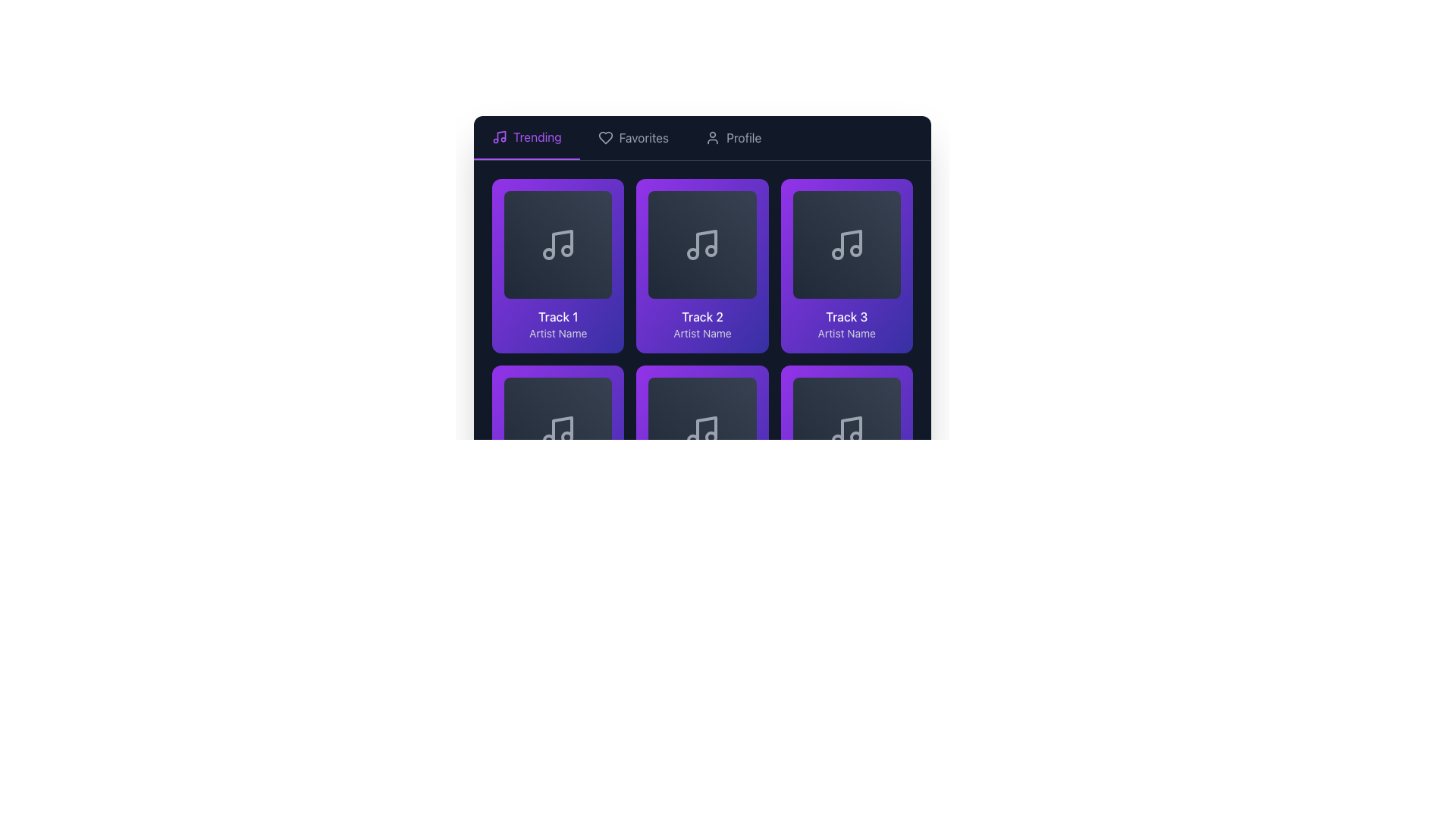 The width and height of the screenshot is (1456, 819). I want to click on the 'Artist Name' text label located below the title 'Track 1' in the 'Trending' tab of the card, so click(557, 333).